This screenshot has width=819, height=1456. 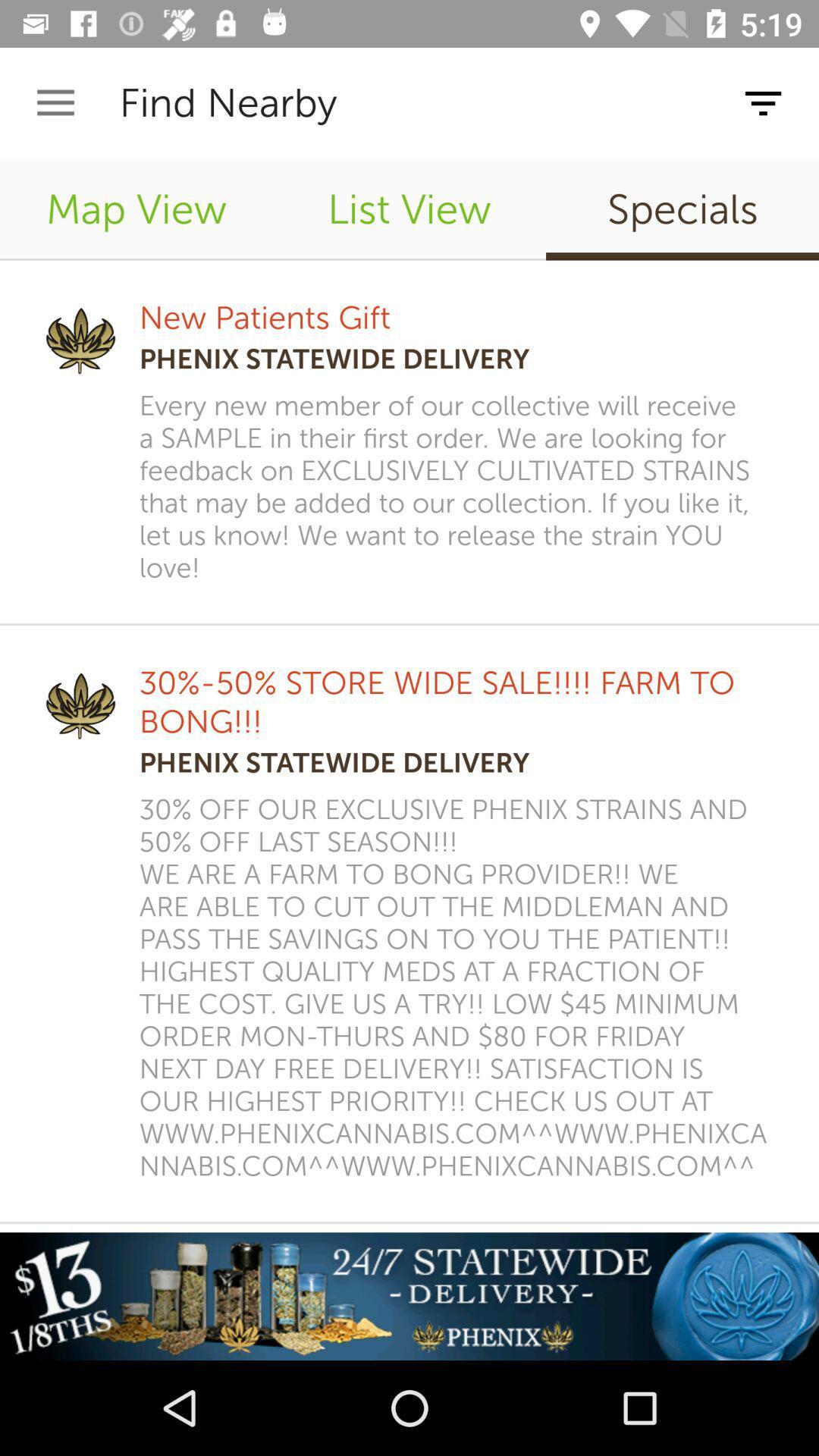 I want to click on icon to the left of list view item, so click(x=136, y=209).